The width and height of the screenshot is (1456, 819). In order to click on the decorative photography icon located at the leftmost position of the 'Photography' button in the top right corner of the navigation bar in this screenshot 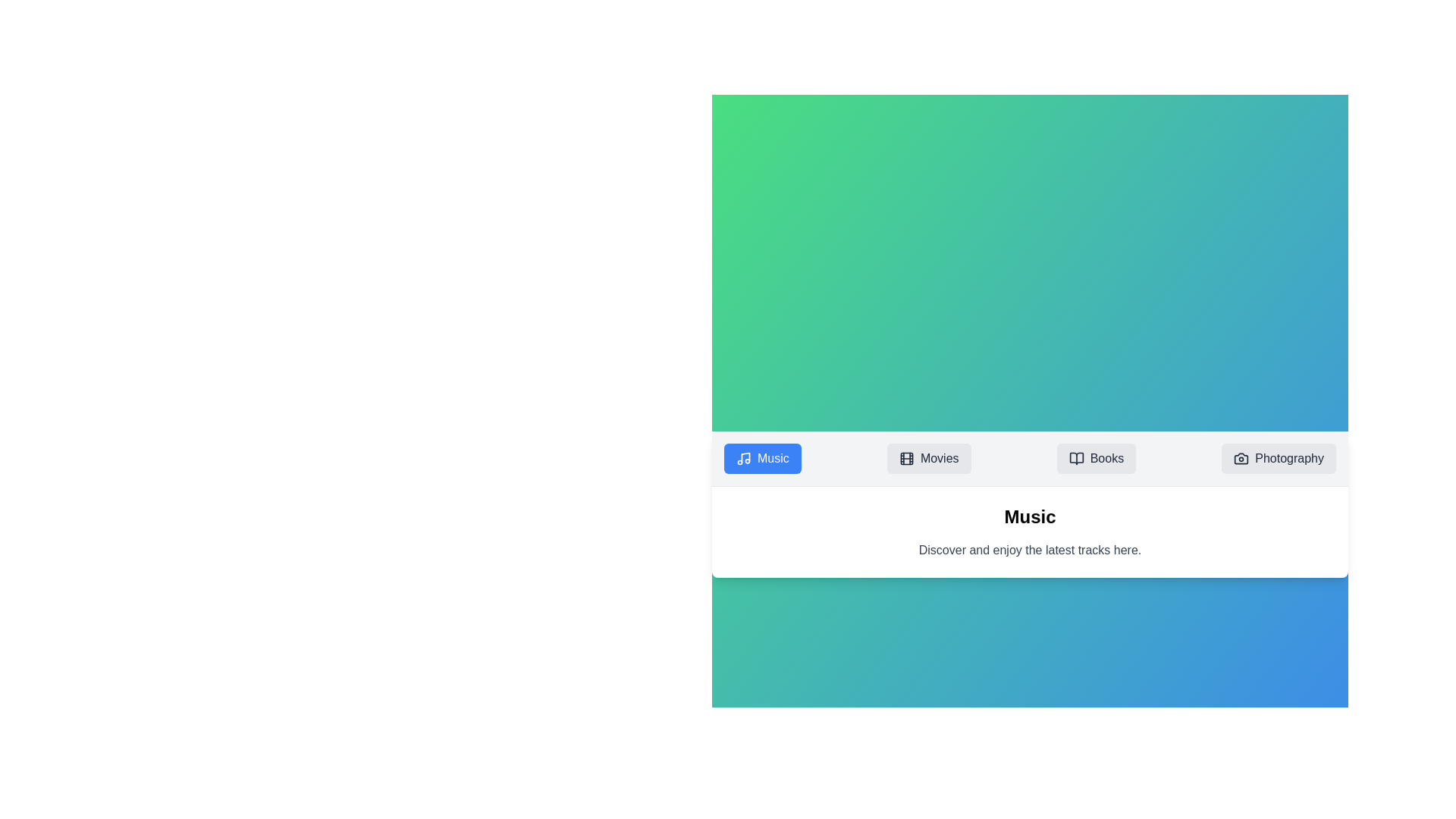, I will do `click(1241, 457)`.